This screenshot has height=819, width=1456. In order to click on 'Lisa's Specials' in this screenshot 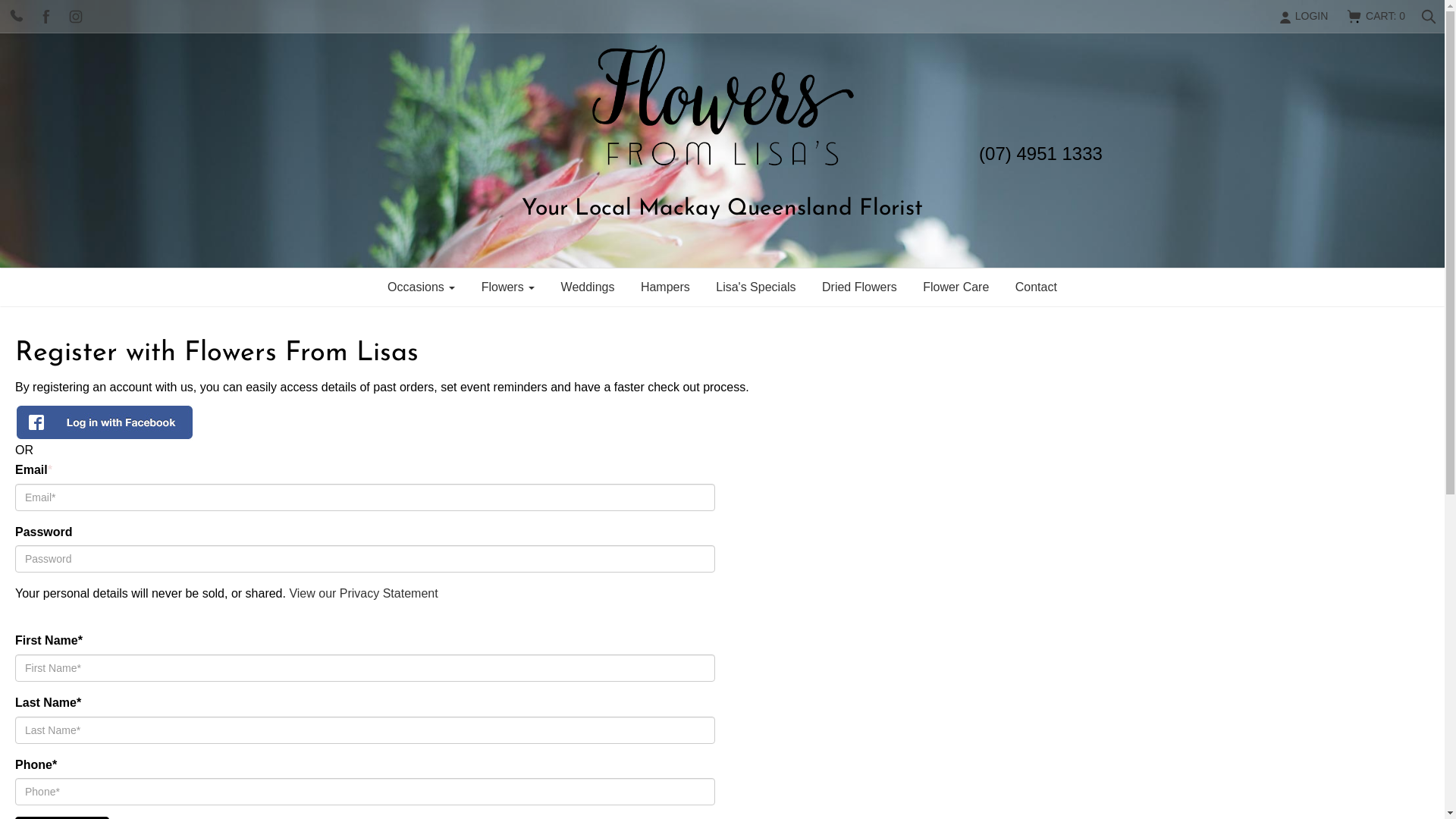, I will do `click(704, 287)`.